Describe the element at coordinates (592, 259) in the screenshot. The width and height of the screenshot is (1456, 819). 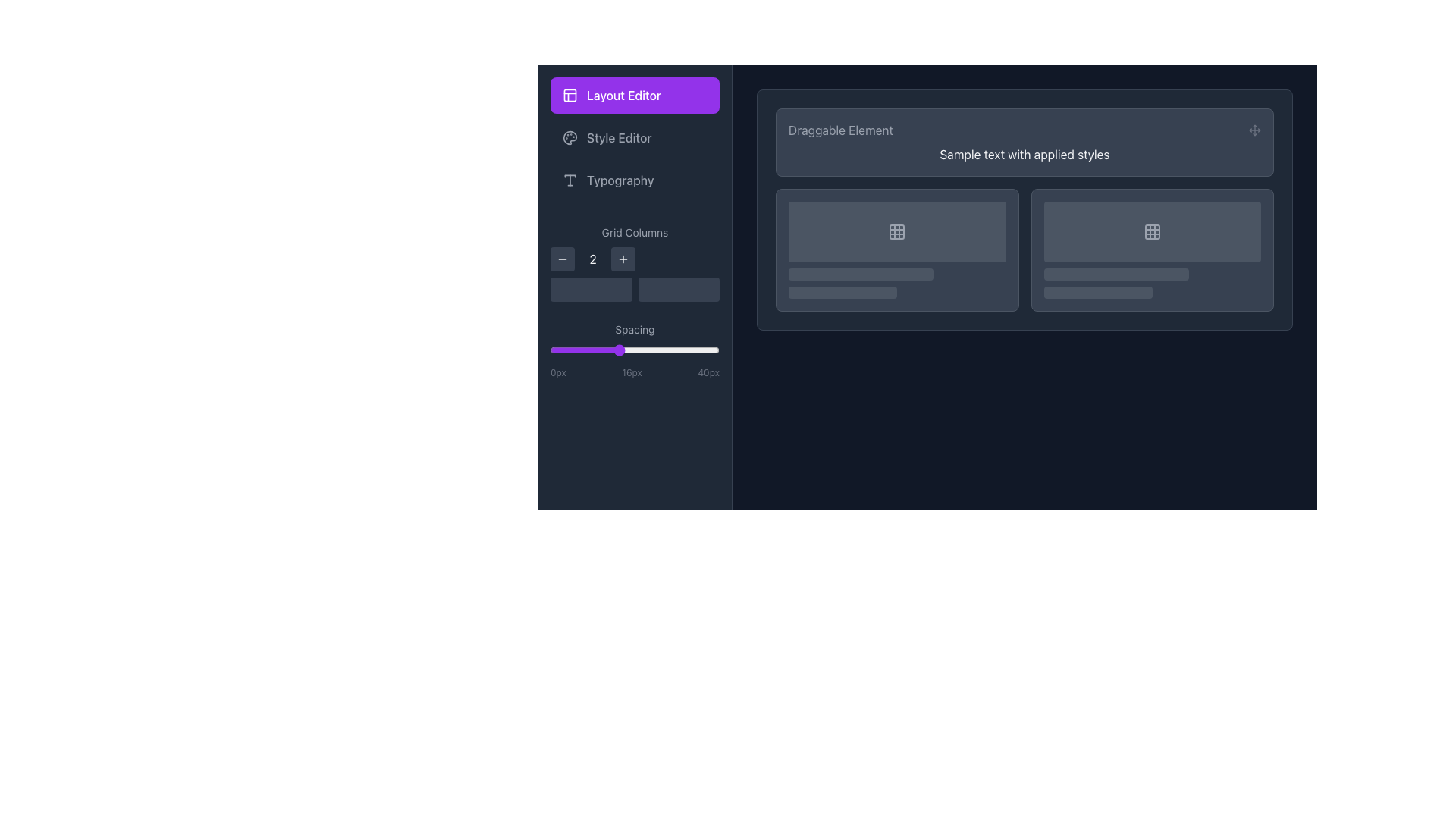
I see `the numeric label displaying '2' within the stepper control in the 'Grid Columns' section of the 'Layout Editor' sidebar, which has a dark background and is centrally aligned` at that location.